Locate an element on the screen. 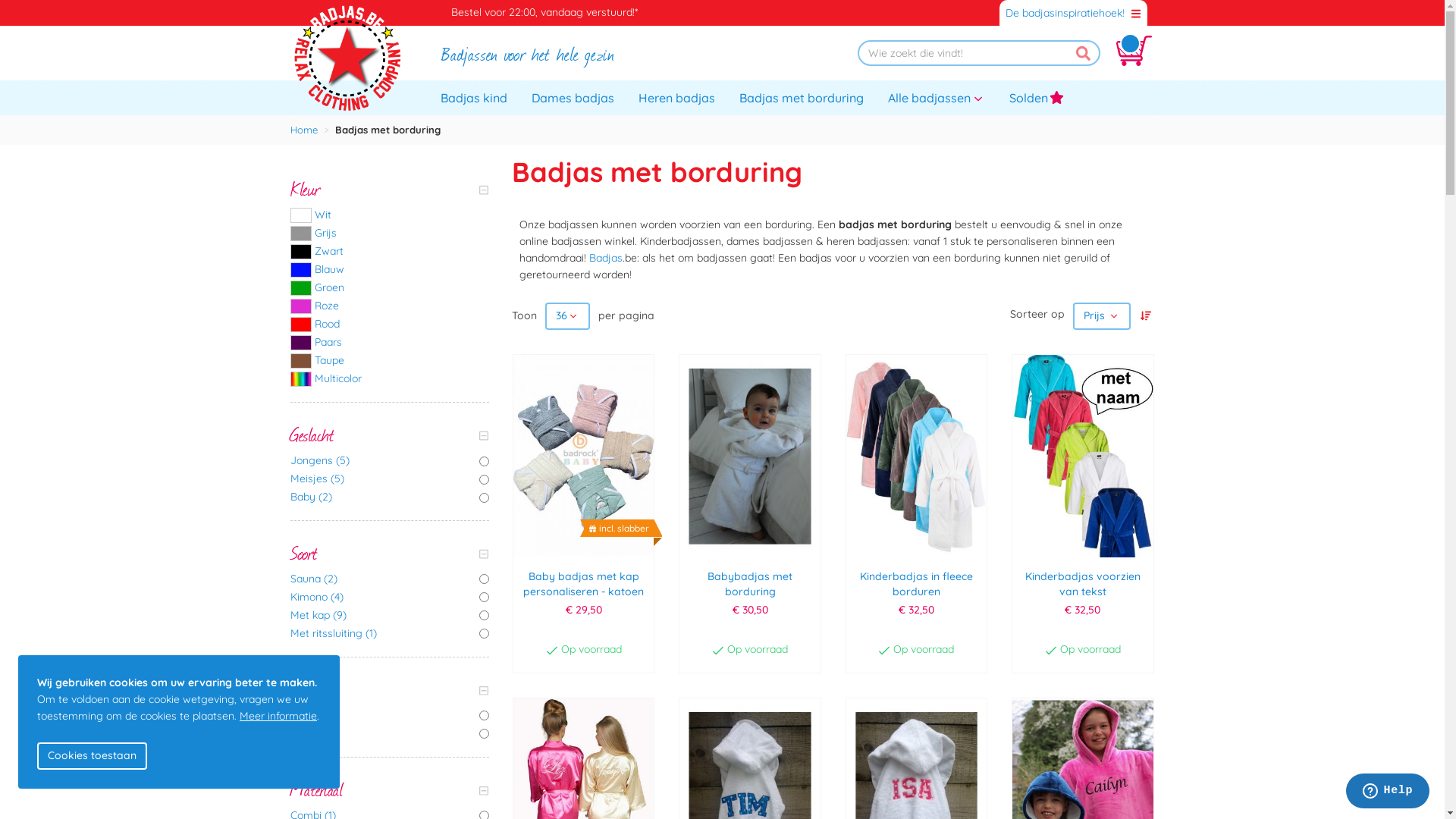  'Badjas.be' is located at coordinates (345, 55).